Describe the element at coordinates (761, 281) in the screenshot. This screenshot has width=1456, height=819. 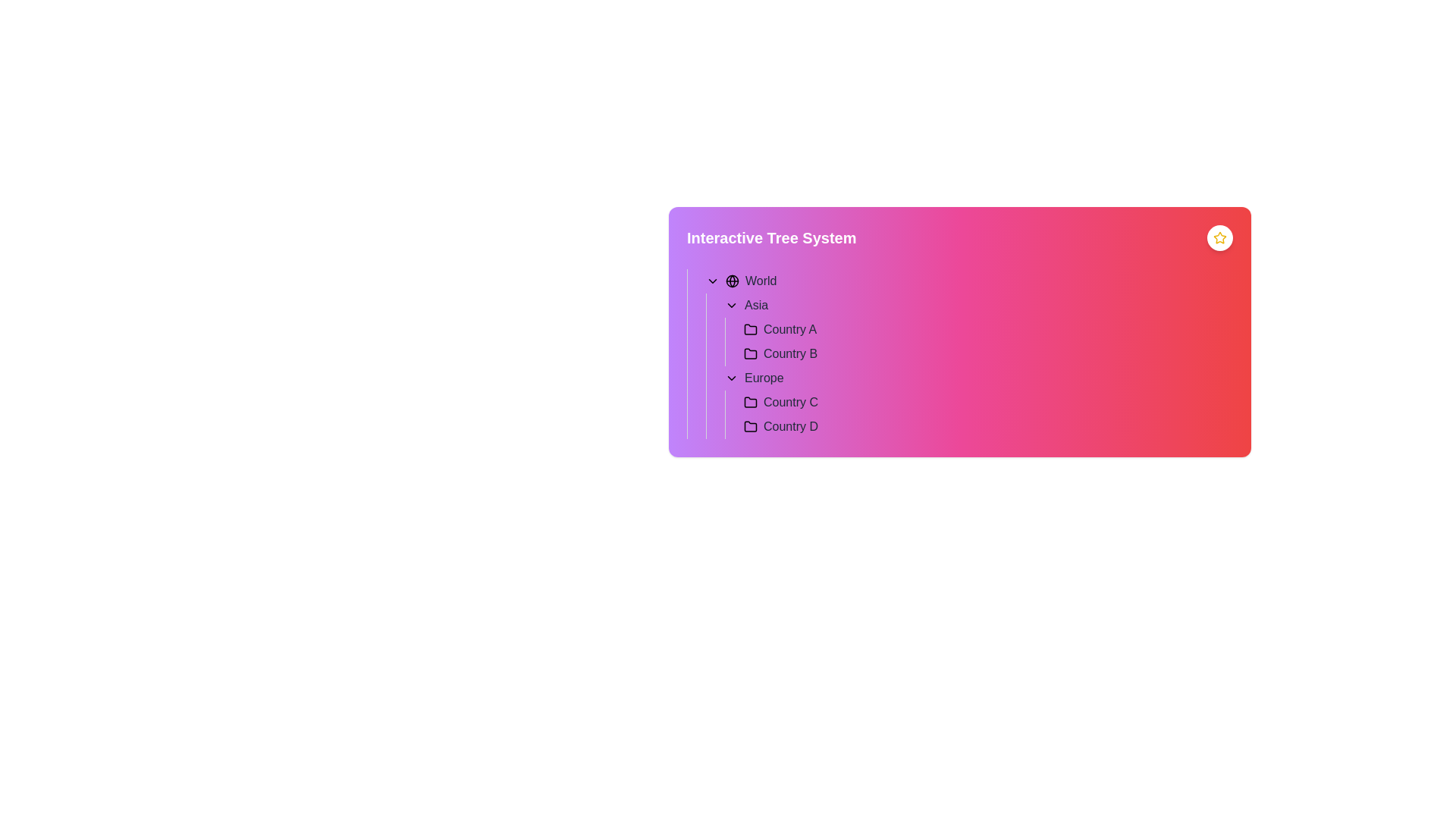
I see `the text element containing the word 'World' styled with medium font weight and dark gray color, located in a hierarchical tree structure interface` at that location.